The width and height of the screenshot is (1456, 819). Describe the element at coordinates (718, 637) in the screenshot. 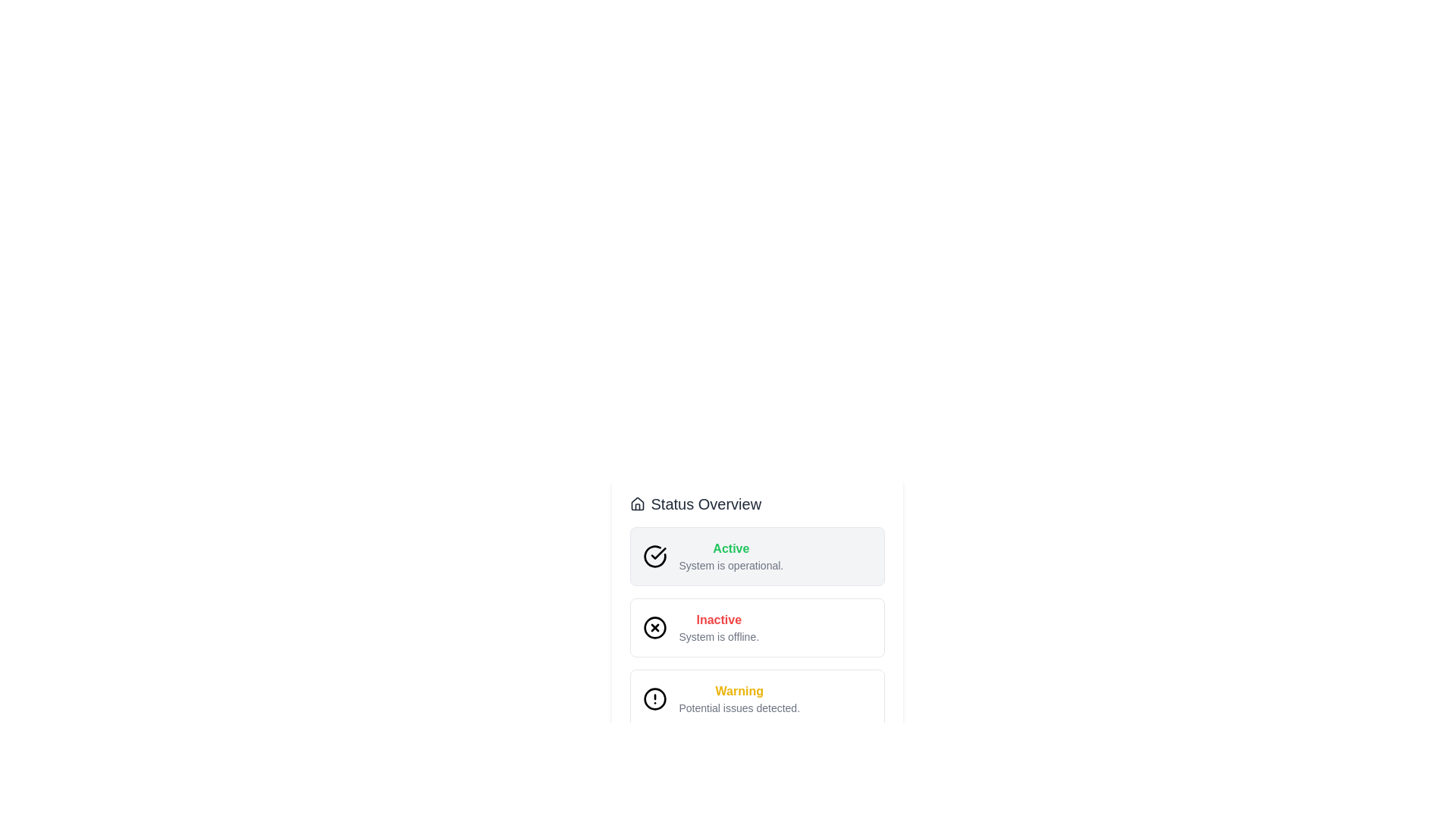

I see `the grey text label that states 'System is offline.' located beneath the red 'Inactive' label in the 'Status Overview' panel` at that location.